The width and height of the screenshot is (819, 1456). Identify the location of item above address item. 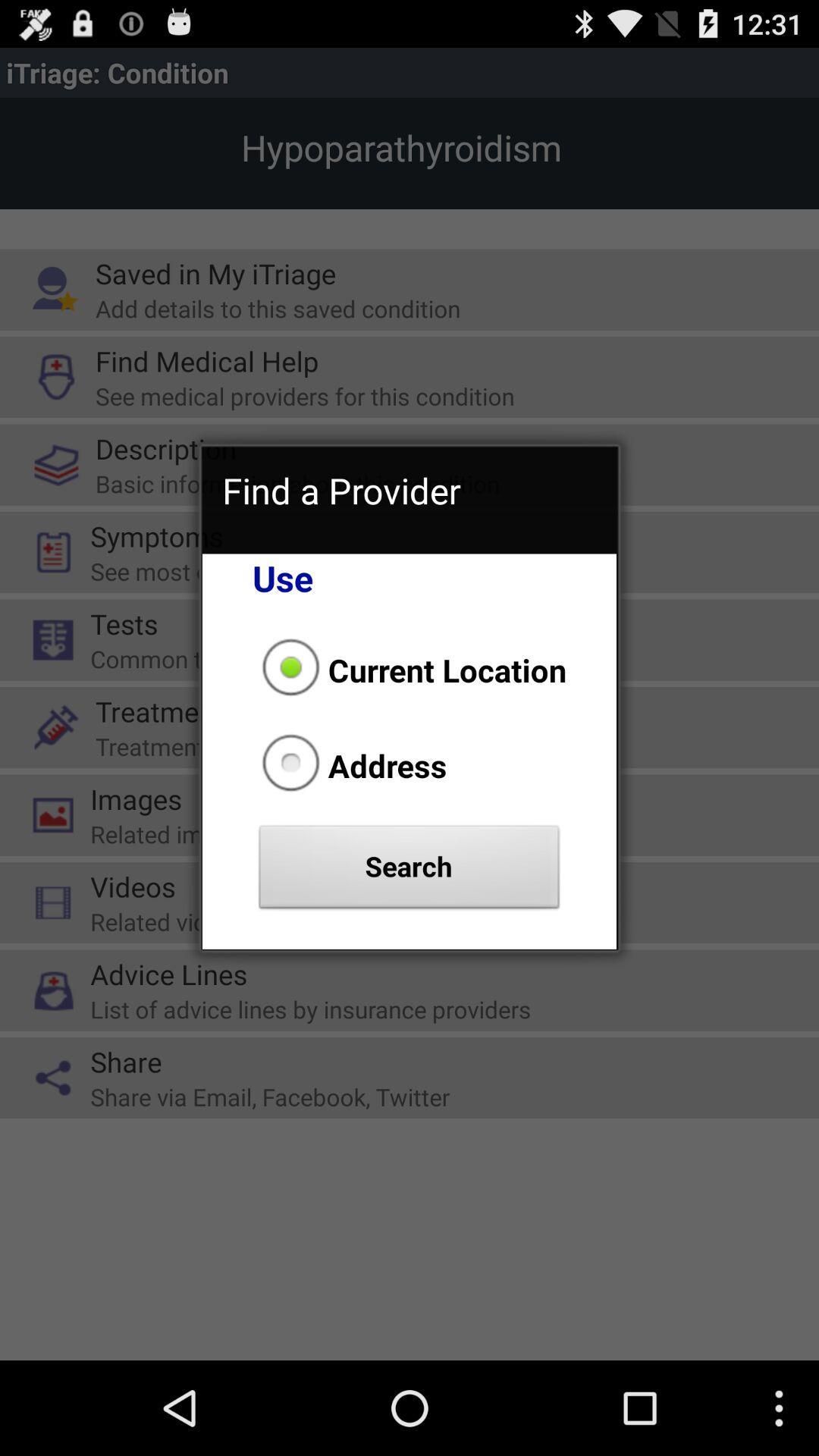
(409, 669).